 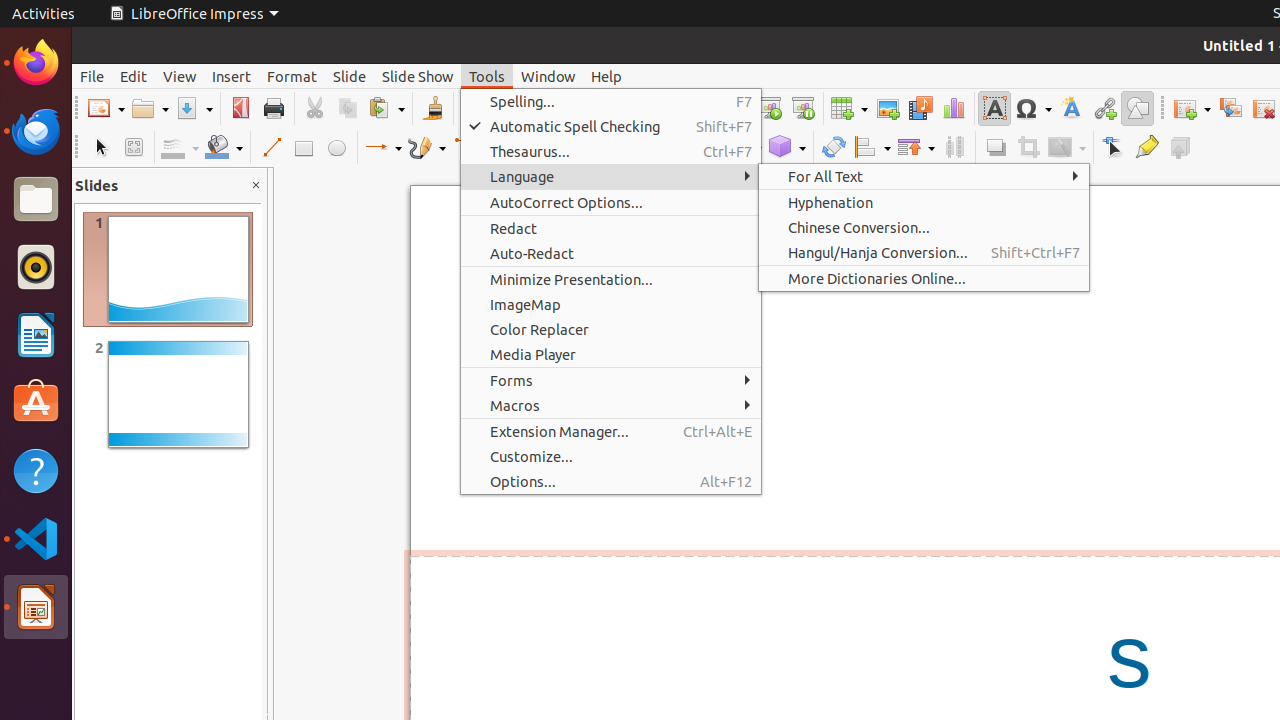 I want to click on 'Format', so click(x=290, y=75).